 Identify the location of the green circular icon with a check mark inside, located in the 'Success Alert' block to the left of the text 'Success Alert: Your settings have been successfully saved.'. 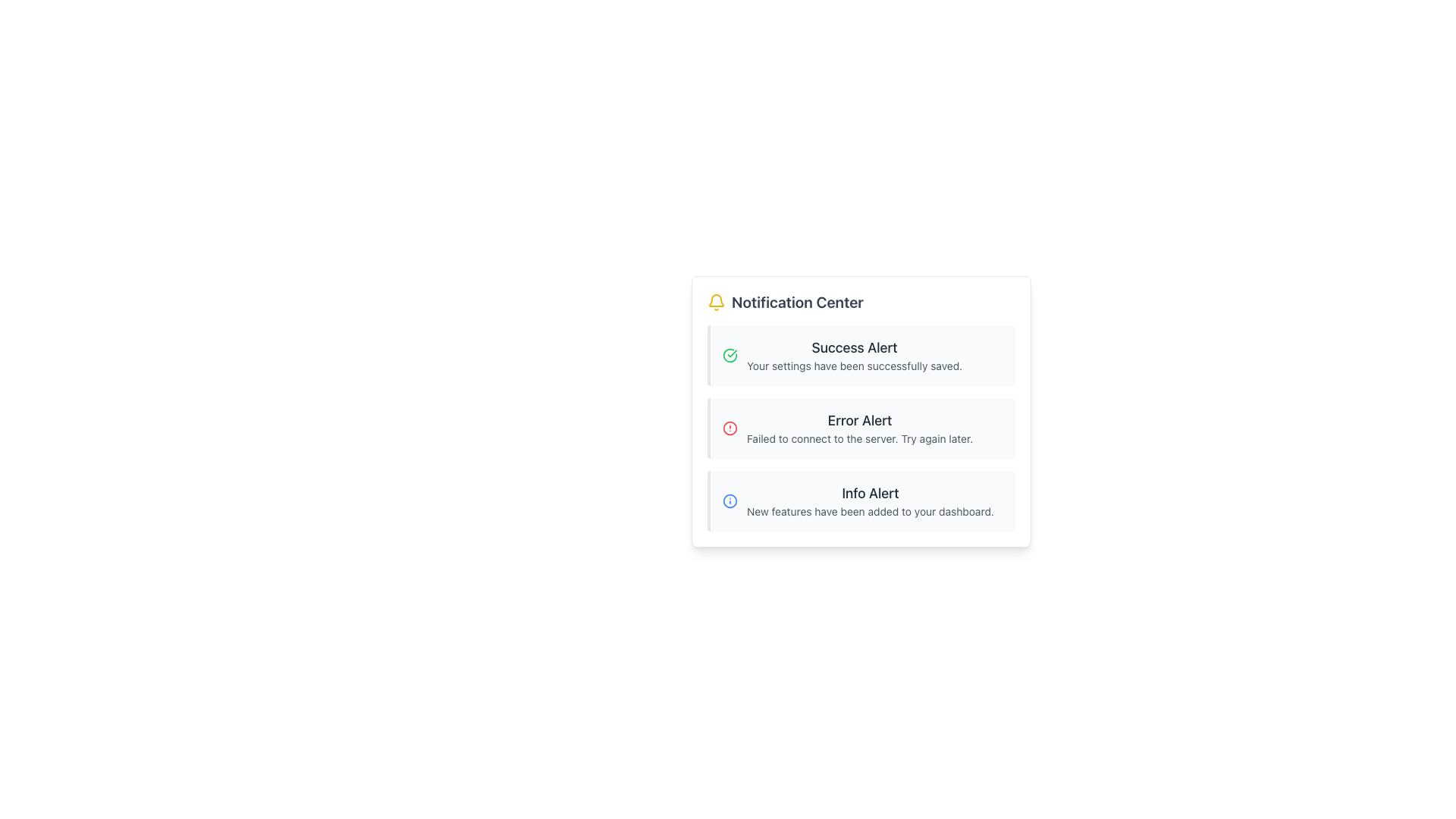
(730, 356).